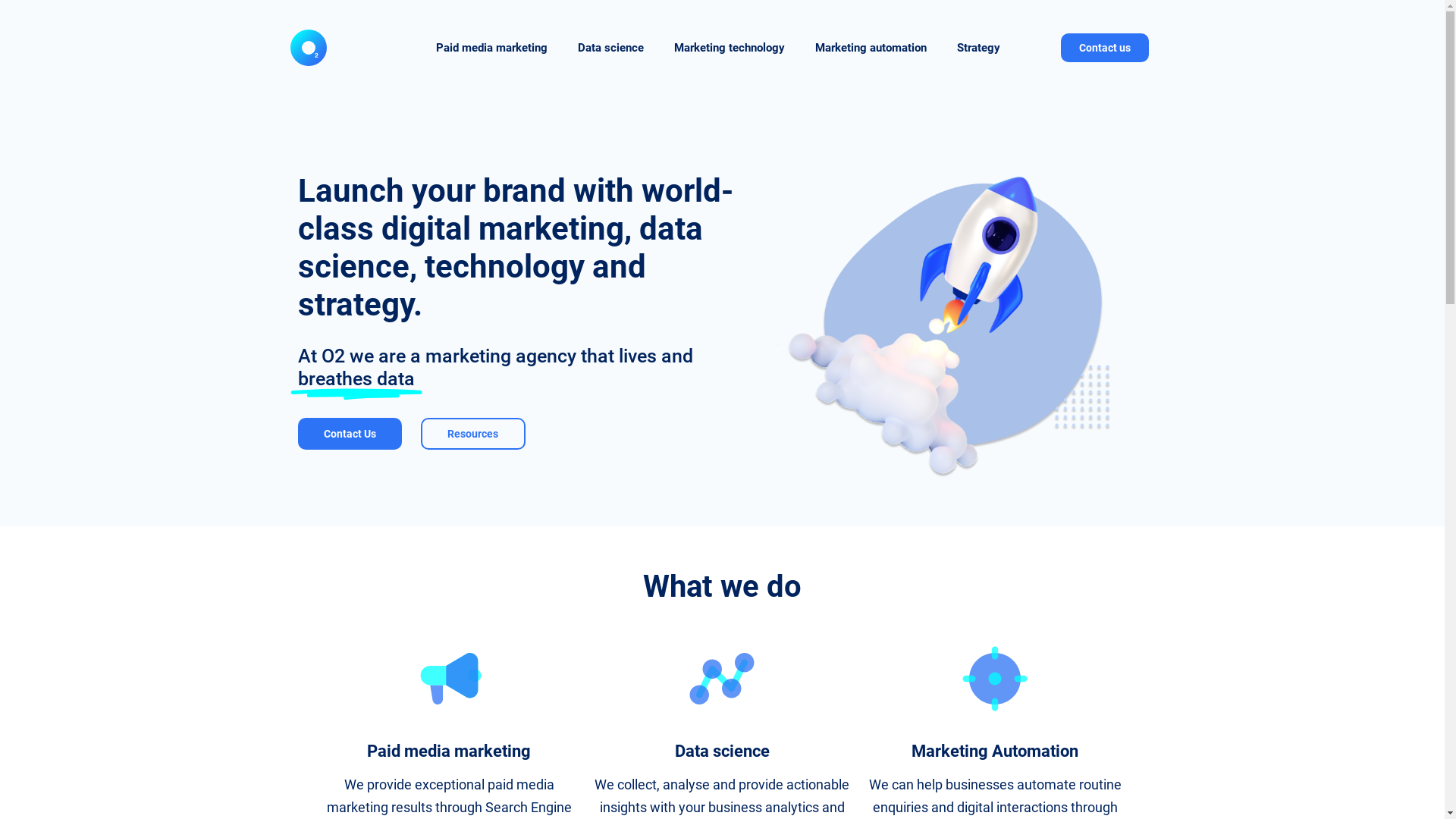  Describe the element at coordinates (472, 433) in the screenshot. I see `'Resources'` at that location.